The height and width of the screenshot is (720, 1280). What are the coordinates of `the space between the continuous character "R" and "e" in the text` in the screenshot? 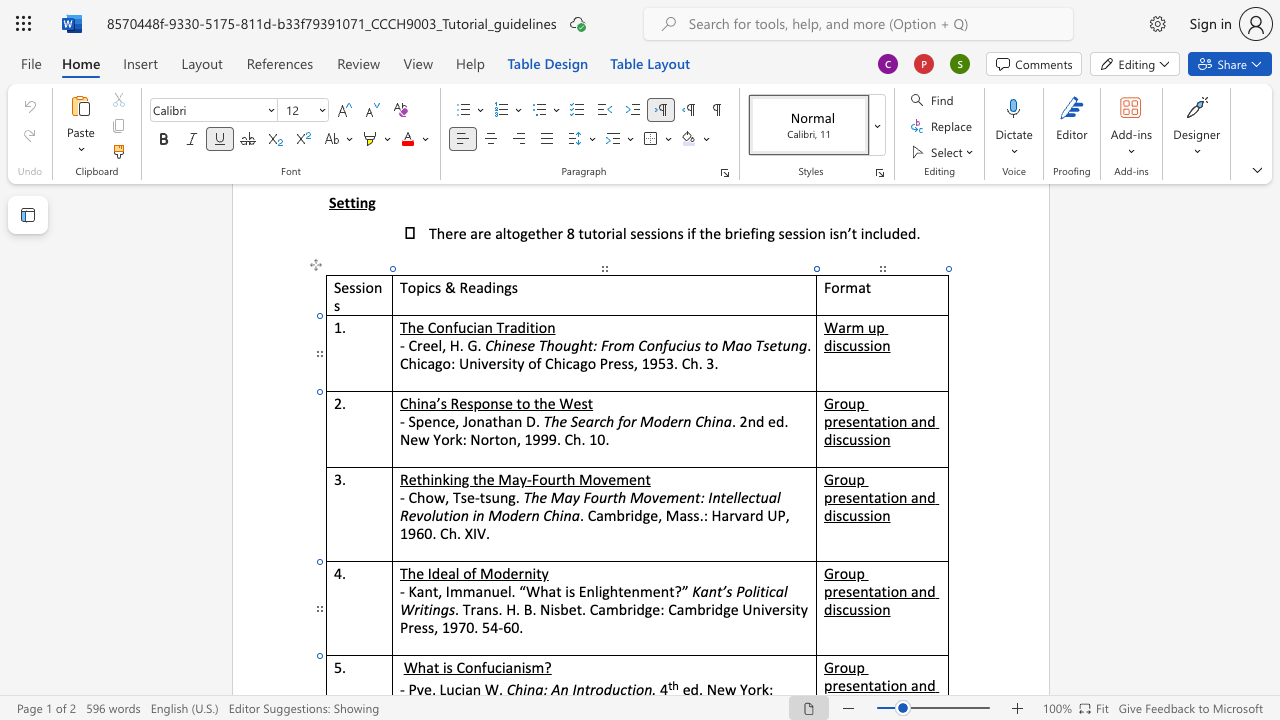 It's located at (458, 403).